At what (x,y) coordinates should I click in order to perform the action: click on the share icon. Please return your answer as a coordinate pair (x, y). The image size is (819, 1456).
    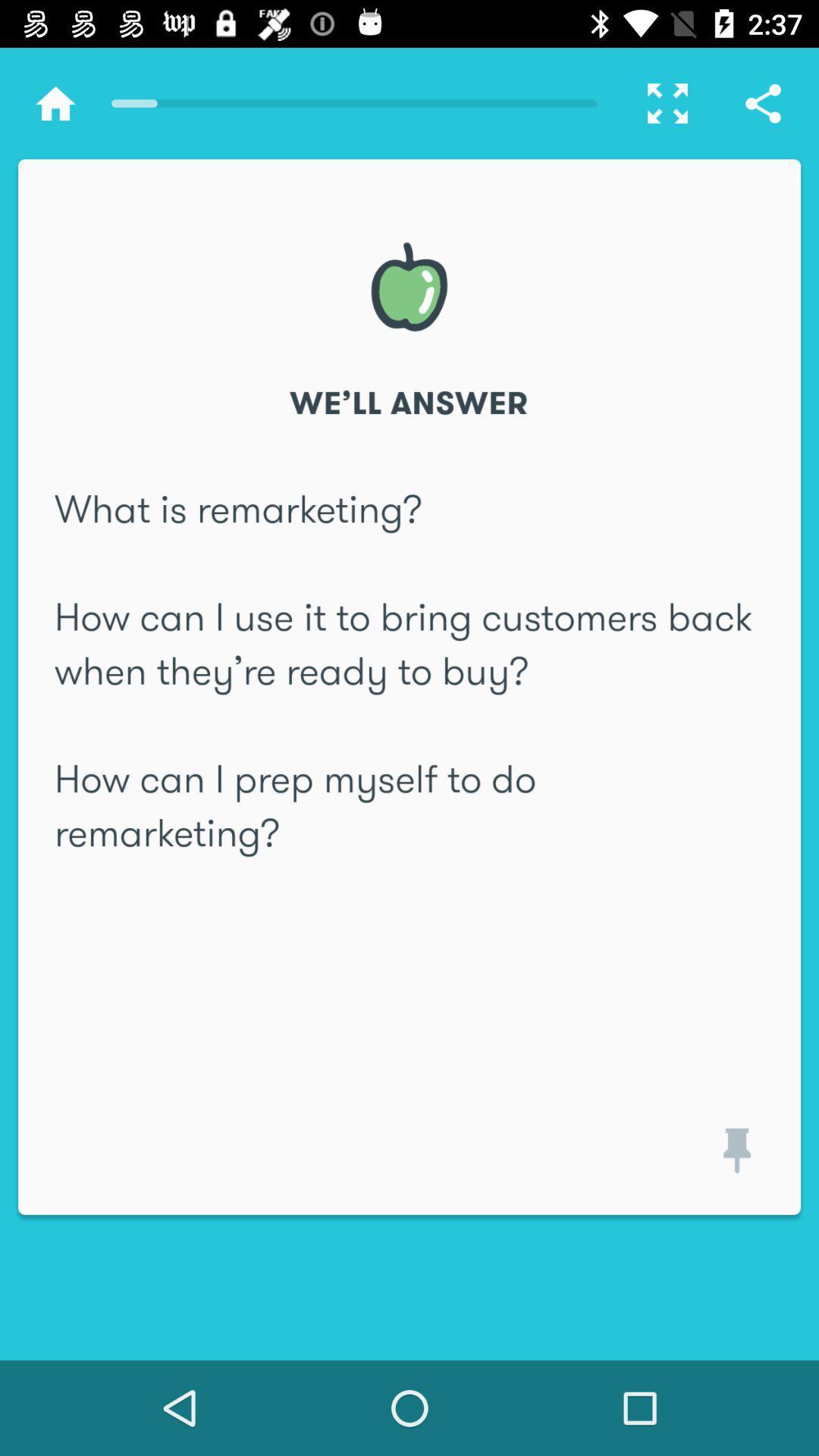
    Looking at the image, I should click on (763, 102).